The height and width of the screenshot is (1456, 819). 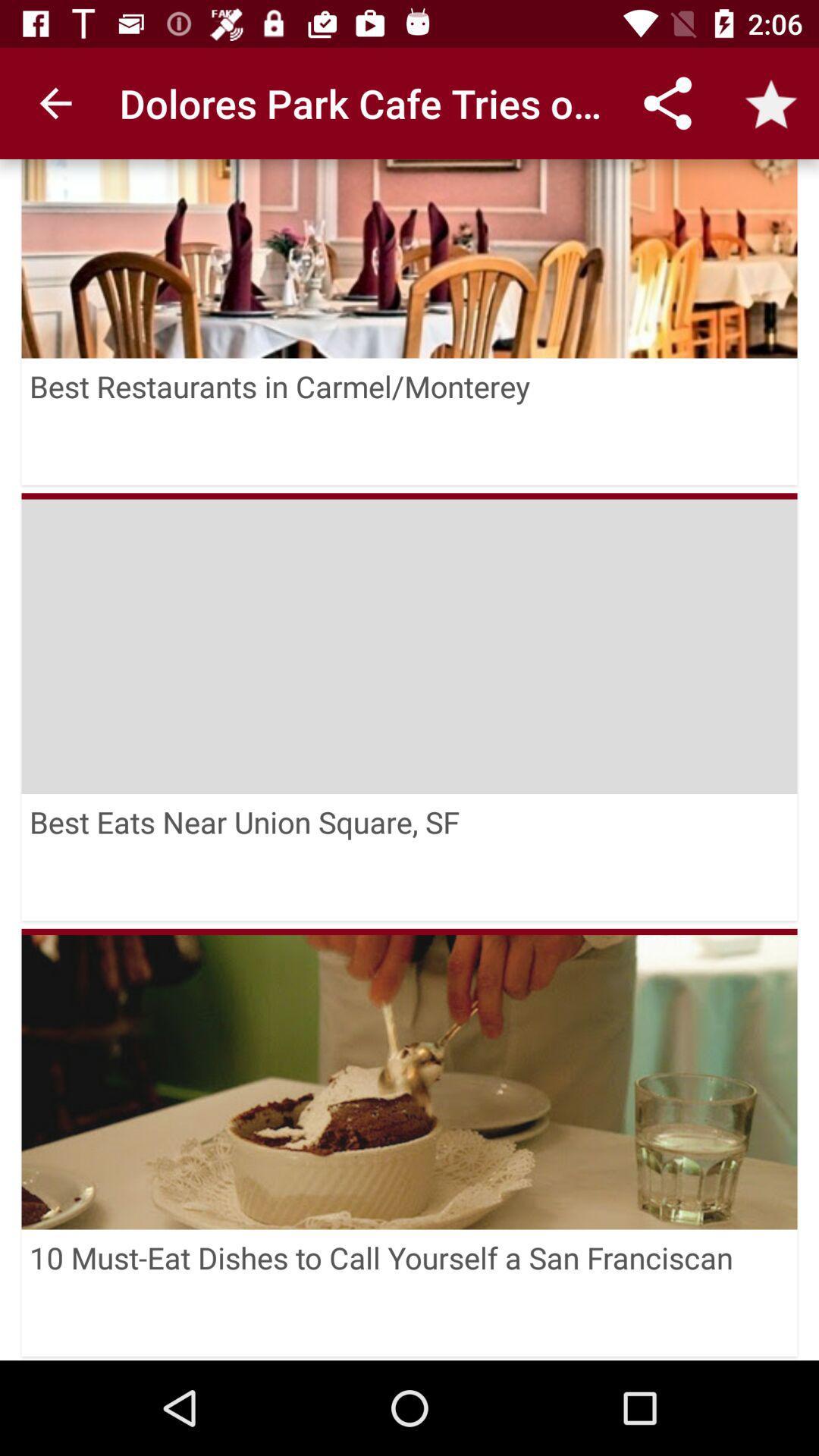 I want to click on best eats near icon, so click(x=409, y=857).